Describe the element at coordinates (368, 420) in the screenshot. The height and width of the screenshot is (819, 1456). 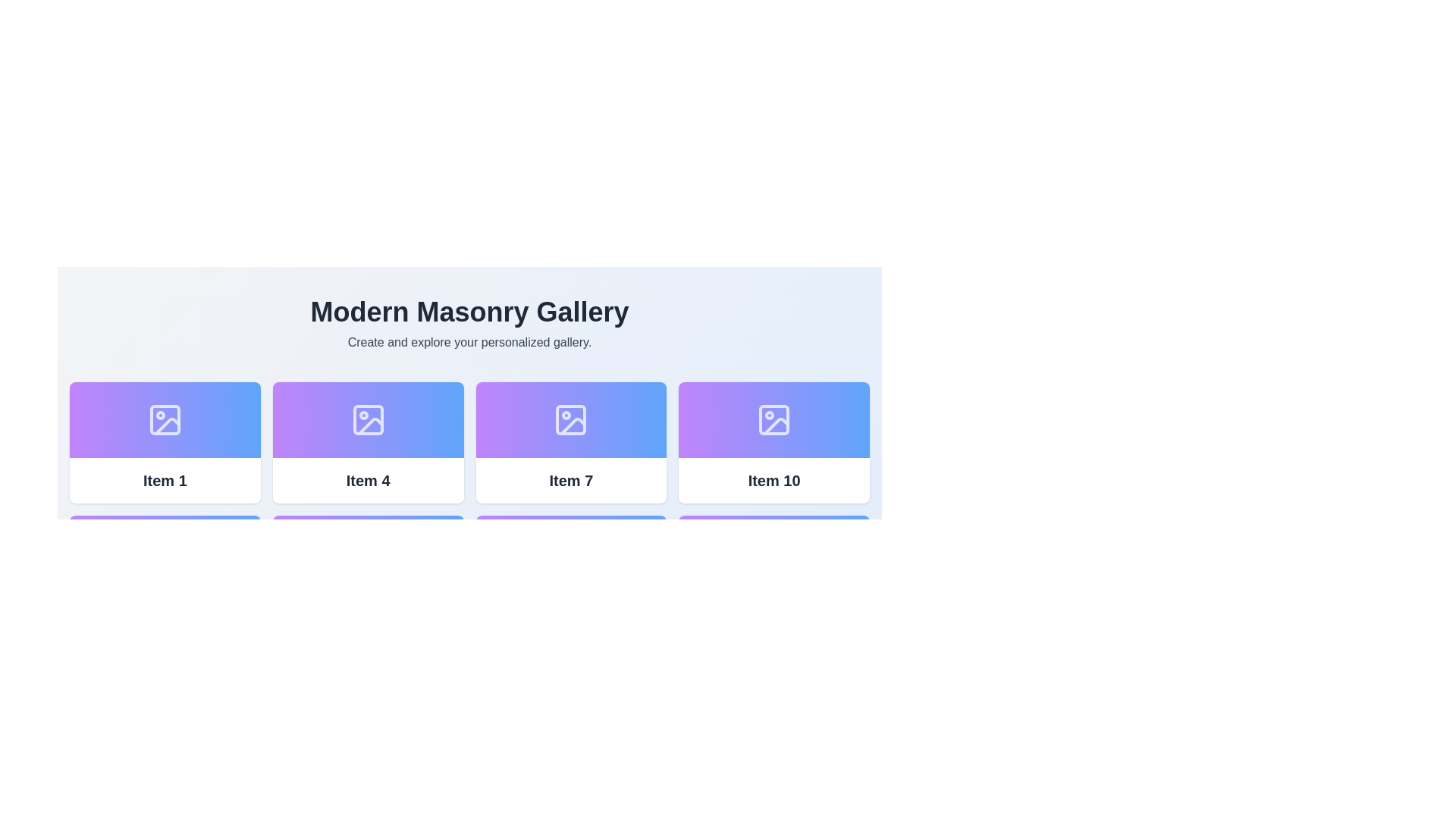
I see `the Image placeholder or card component located in the second column of a horizontally aligned group, which serves as a visual representation for an image or content item` at that location.